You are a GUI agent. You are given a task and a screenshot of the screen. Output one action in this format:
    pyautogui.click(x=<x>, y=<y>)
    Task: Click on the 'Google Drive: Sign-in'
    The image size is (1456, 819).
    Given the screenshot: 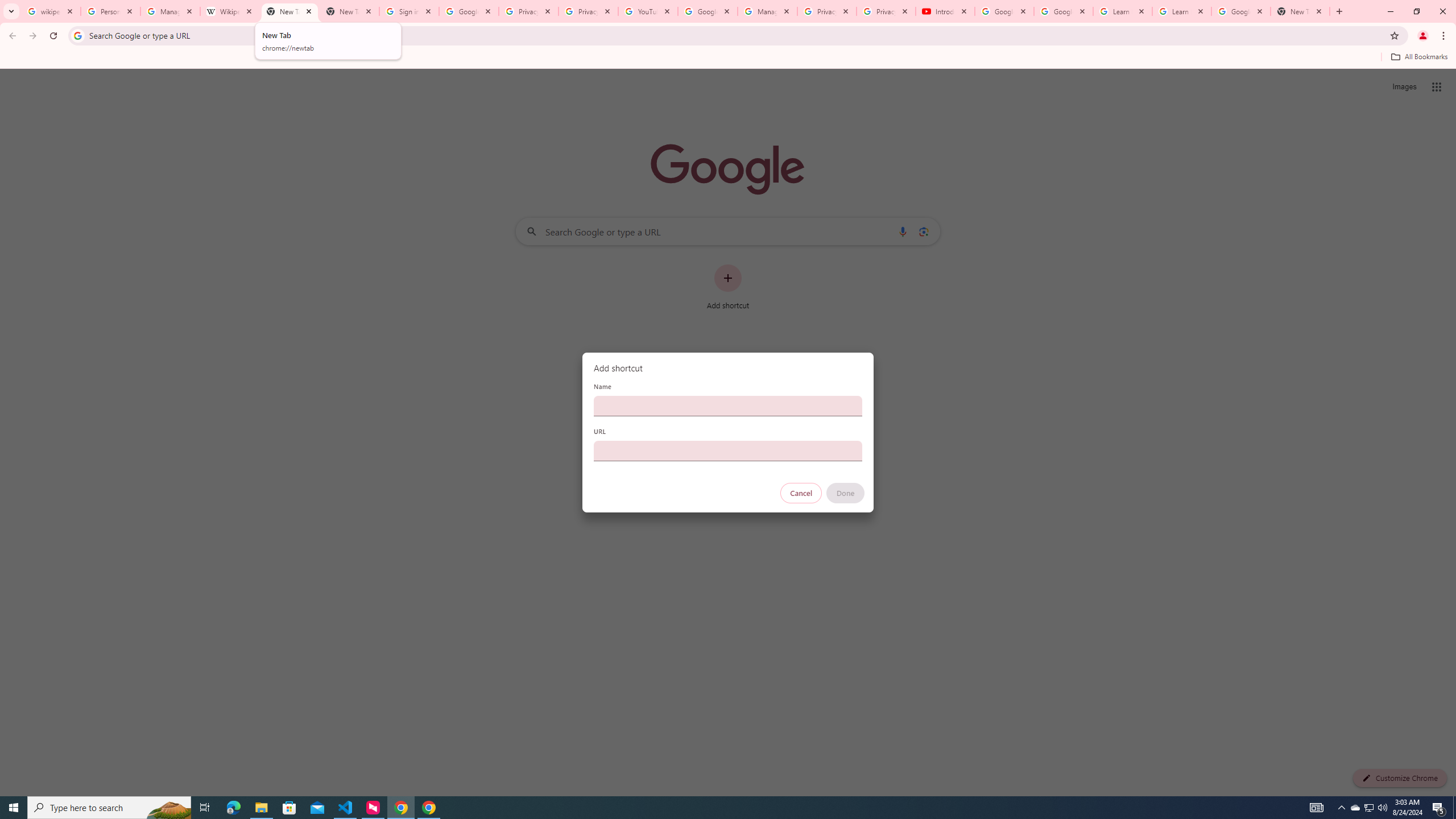 What is the action you would take?
    pyautogui.click(x=468, y=11)
    